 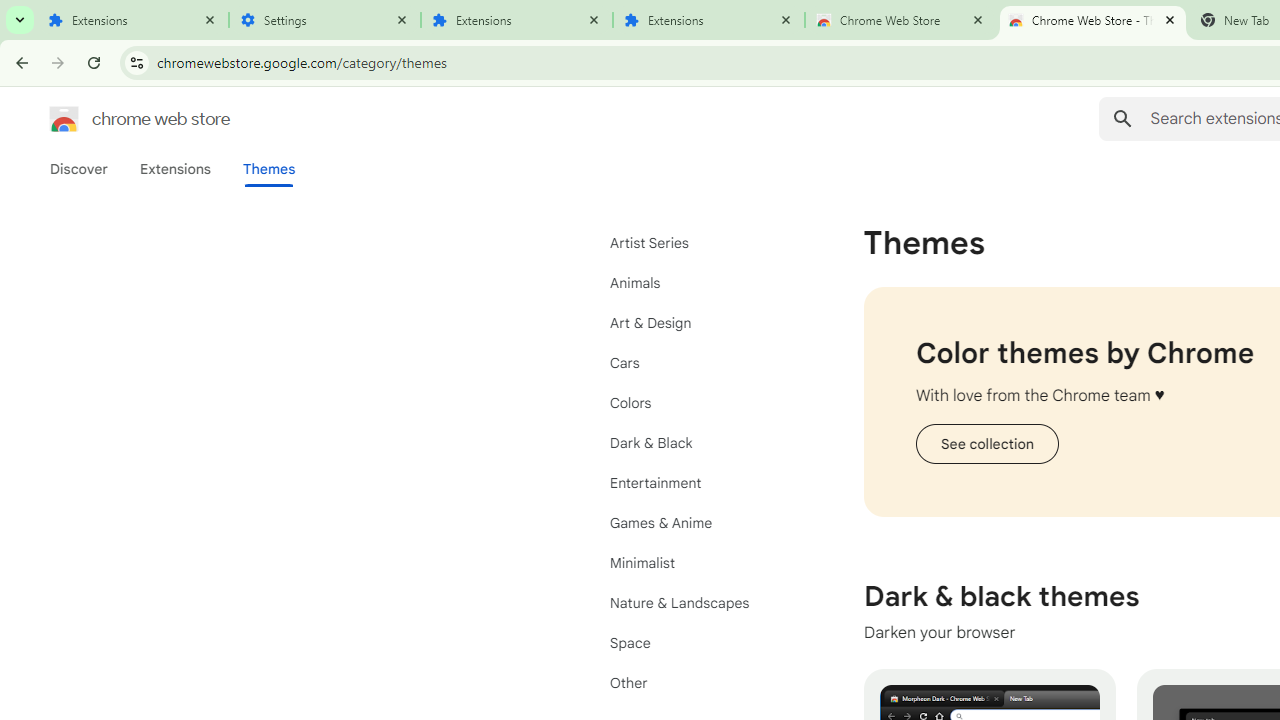 What do you see at coordinates (1092, 20) in the screenshot?
I see `'Chrome Web Store - Themes'` at bounding box center [1092, 20].